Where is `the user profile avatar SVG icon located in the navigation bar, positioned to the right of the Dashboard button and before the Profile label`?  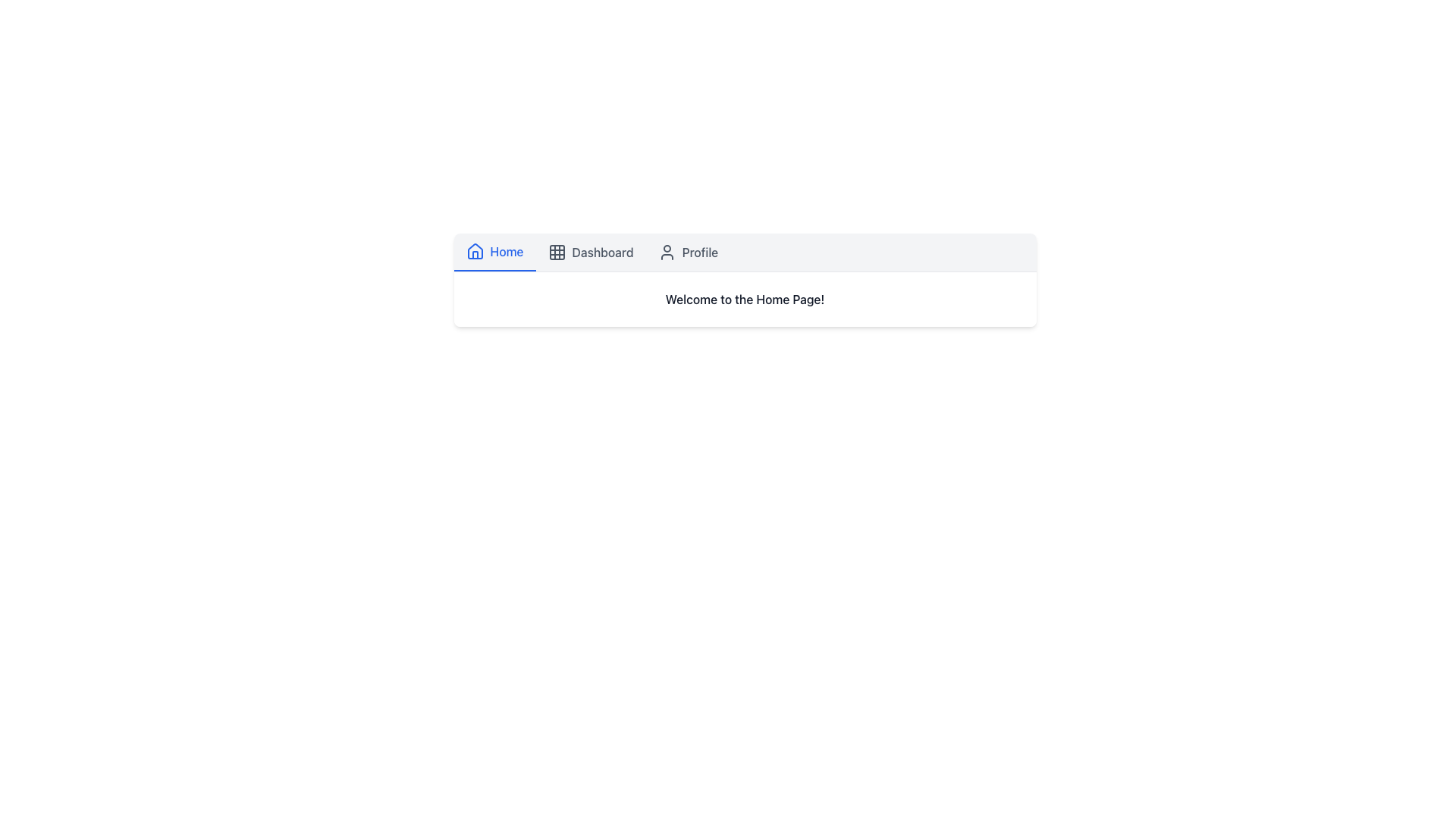 the user profile avatar SVG icon located in the navigation bar, positioned to the right of the Dashboard button and before the Profile label is located at coordinates (667, 251).